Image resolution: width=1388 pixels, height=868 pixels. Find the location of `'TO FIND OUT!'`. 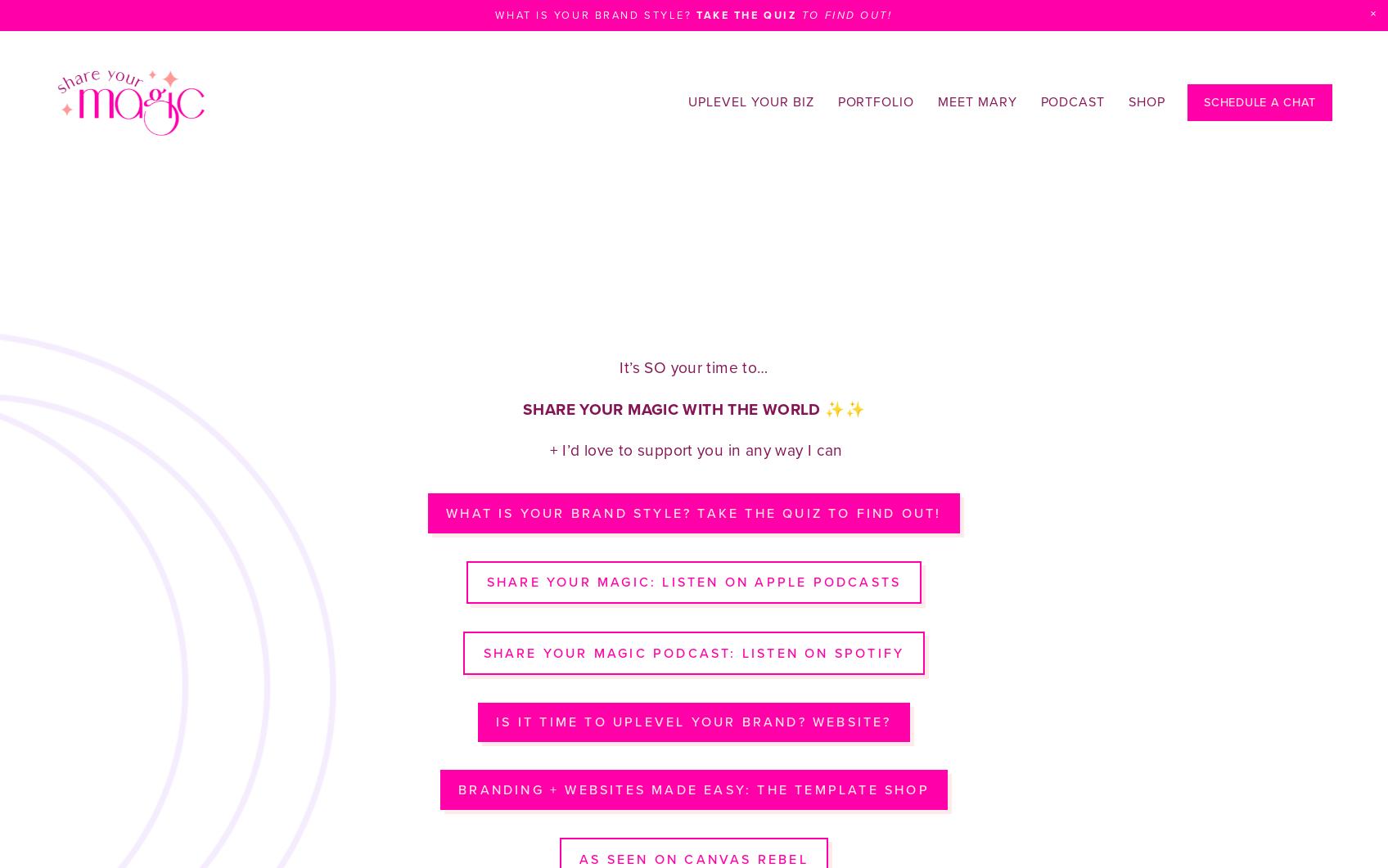

'TO FIND OUT!' is located at coordinates (846, 15).